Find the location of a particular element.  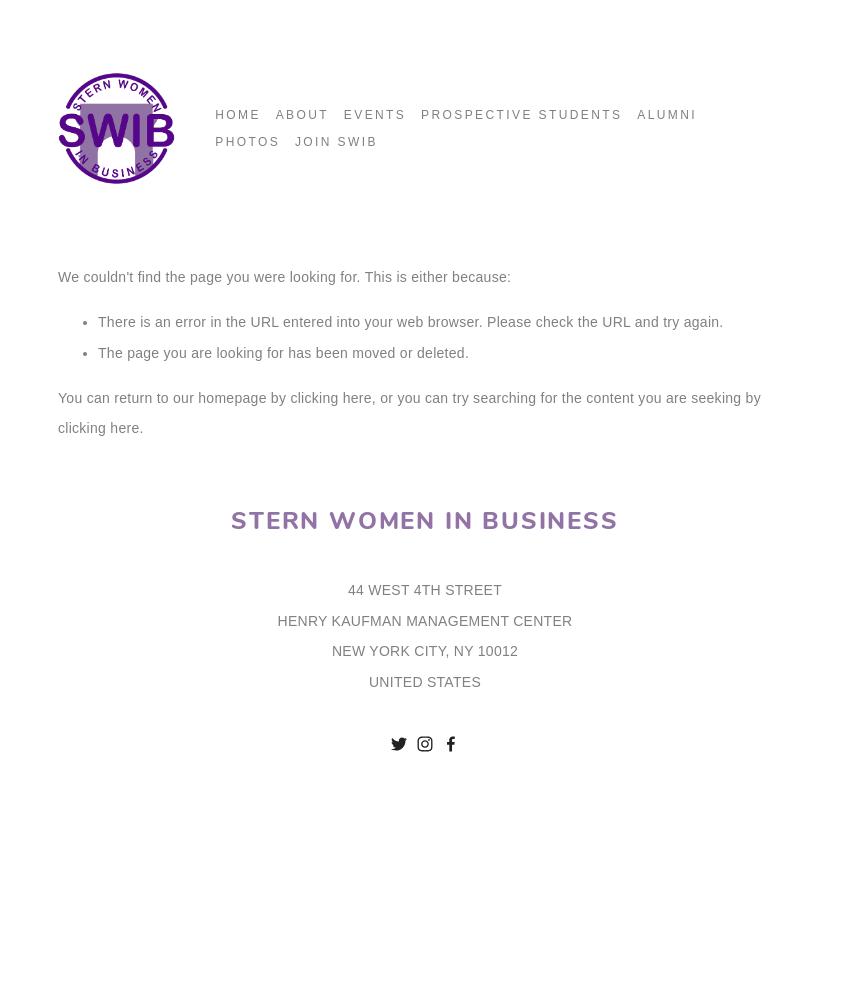

'There is an error in the URL entered into your web browser. Please check the URL and try again.' is located at coordinates (97, 321).